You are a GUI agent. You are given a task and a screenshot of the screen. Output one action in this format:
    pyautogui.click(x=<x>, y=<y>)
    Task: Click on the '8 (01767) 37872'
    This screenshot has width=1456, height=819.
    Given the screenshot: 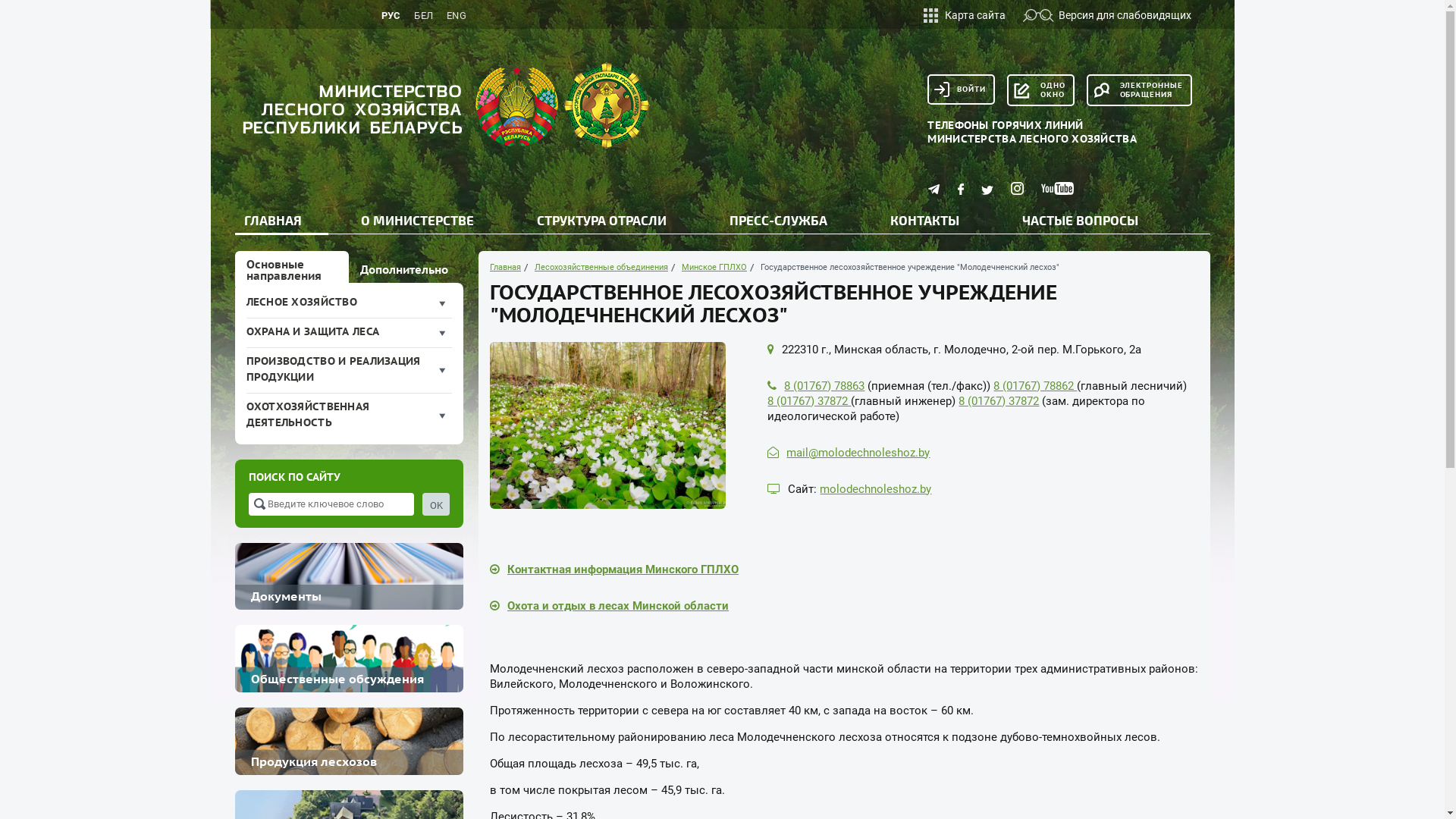 What is the action you would take?
    pyautogui.click(x=767, y=400)
    